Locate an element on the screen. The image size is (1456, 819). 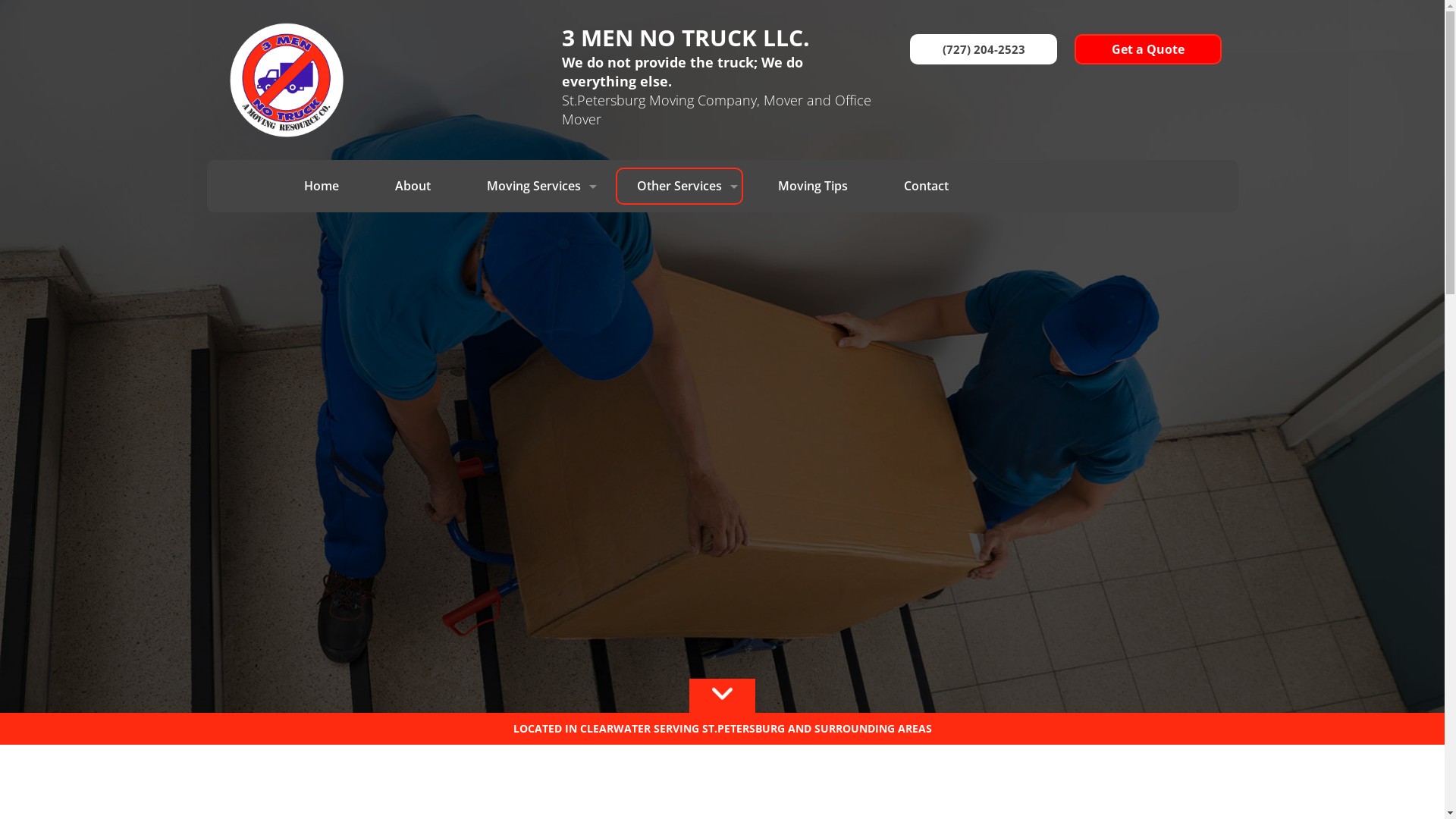
'Specialty Moving' is located at coordinates (615, 259).